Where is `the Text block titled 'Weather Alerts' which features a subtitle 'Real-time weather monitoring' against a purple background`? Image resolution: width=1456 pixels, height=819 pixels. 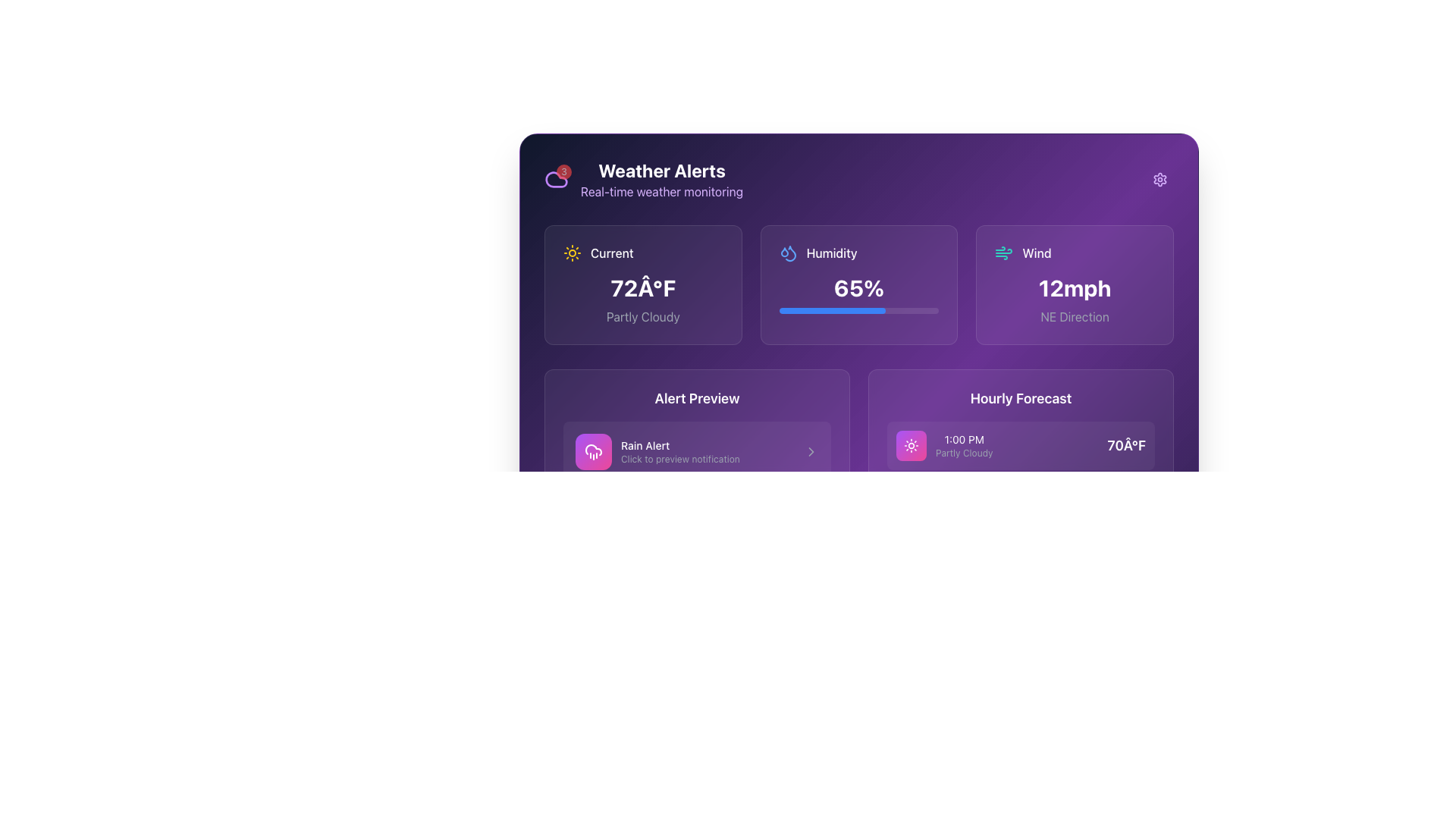 the Text block titled 'Weather Alerts' which features a subtitle 'Real-time weather monitoring' against a purple background is located at coordinates (662, 178).